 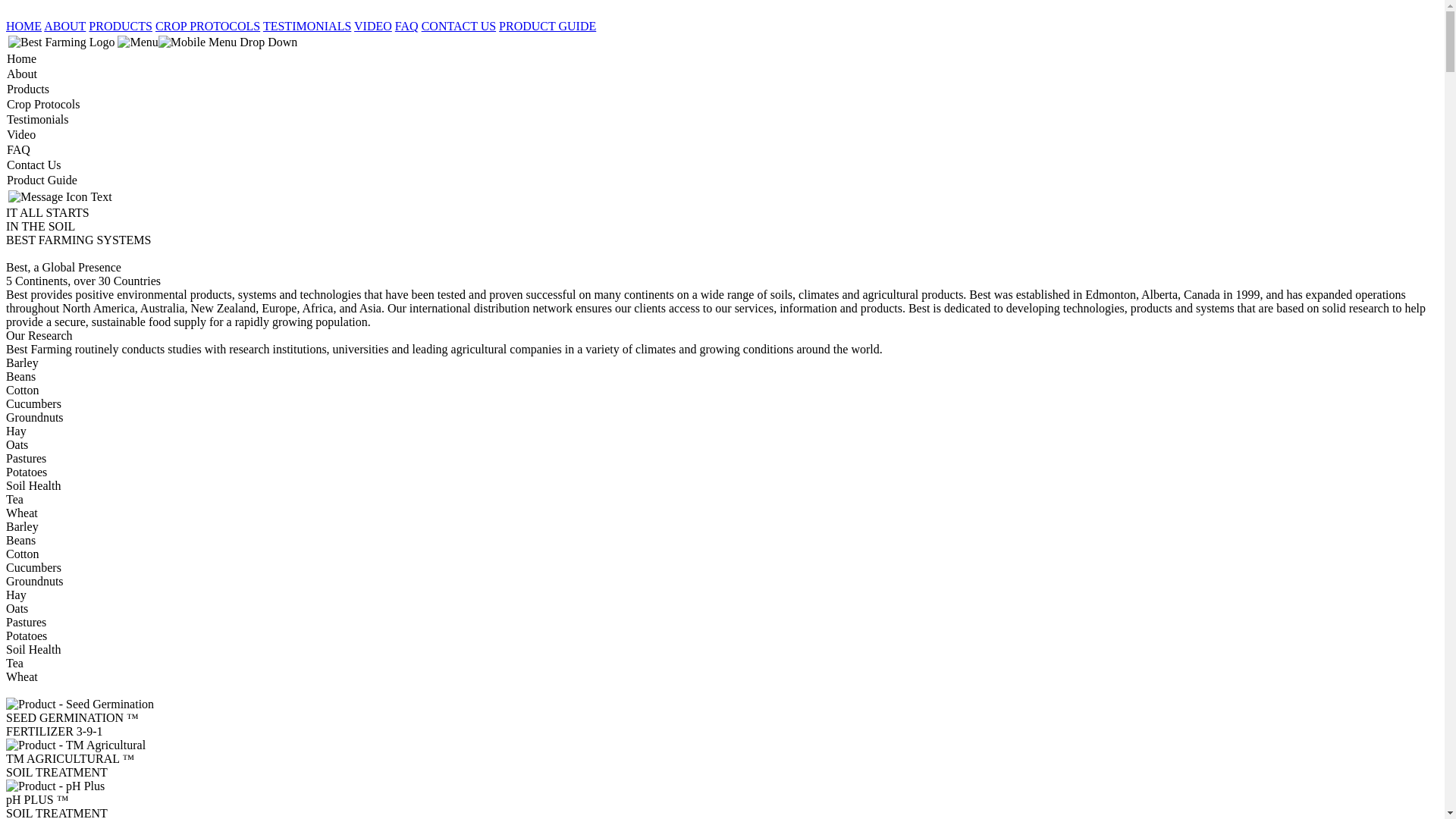 I want to click on 'Product Guide', so click(x=6, y=180).